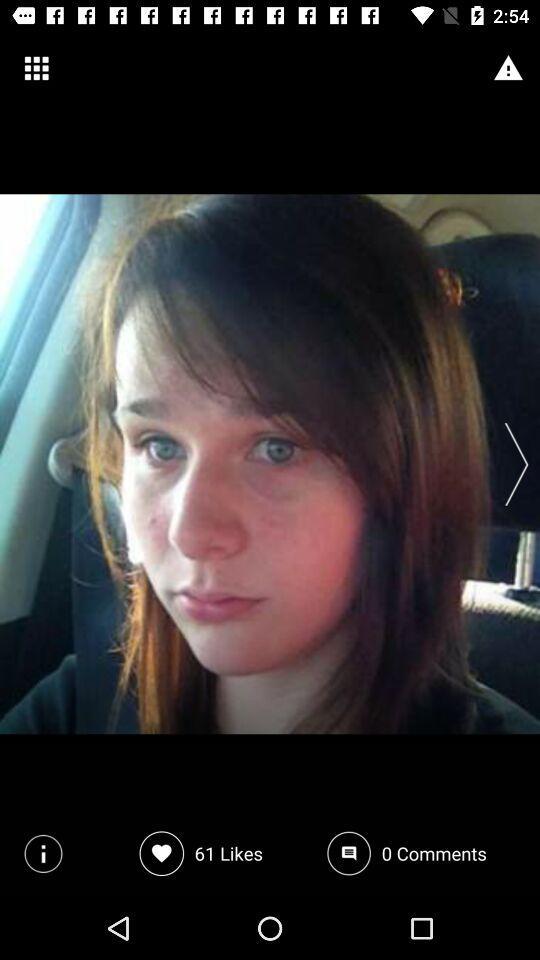  Describe the element at coordinates (516, 464) in the screenshot. I see `the arrow_forward icon` at that location.